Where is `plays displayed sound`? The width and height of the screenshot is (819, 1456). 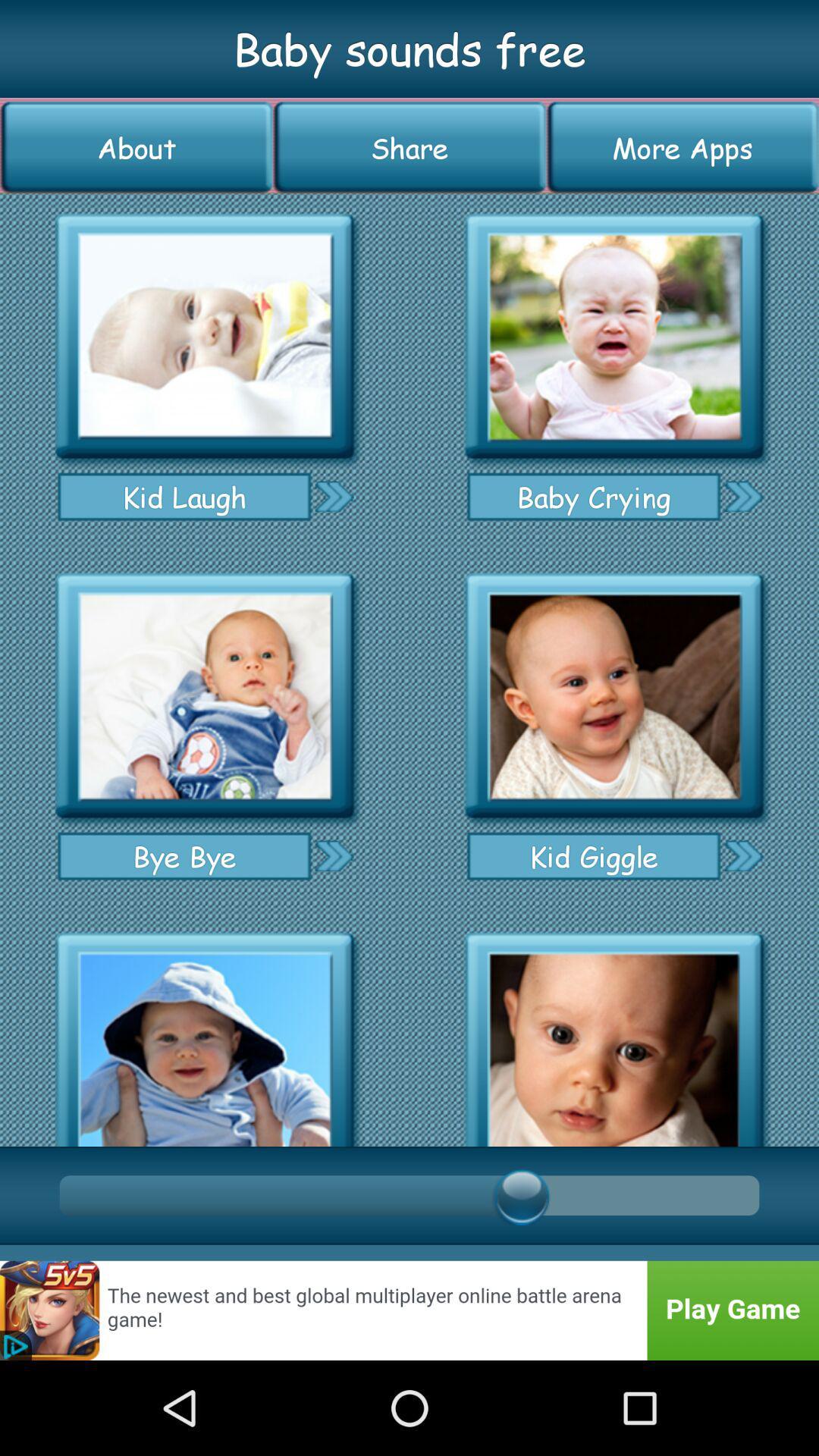 plays displayed sound is located at coordinates (205, 336).